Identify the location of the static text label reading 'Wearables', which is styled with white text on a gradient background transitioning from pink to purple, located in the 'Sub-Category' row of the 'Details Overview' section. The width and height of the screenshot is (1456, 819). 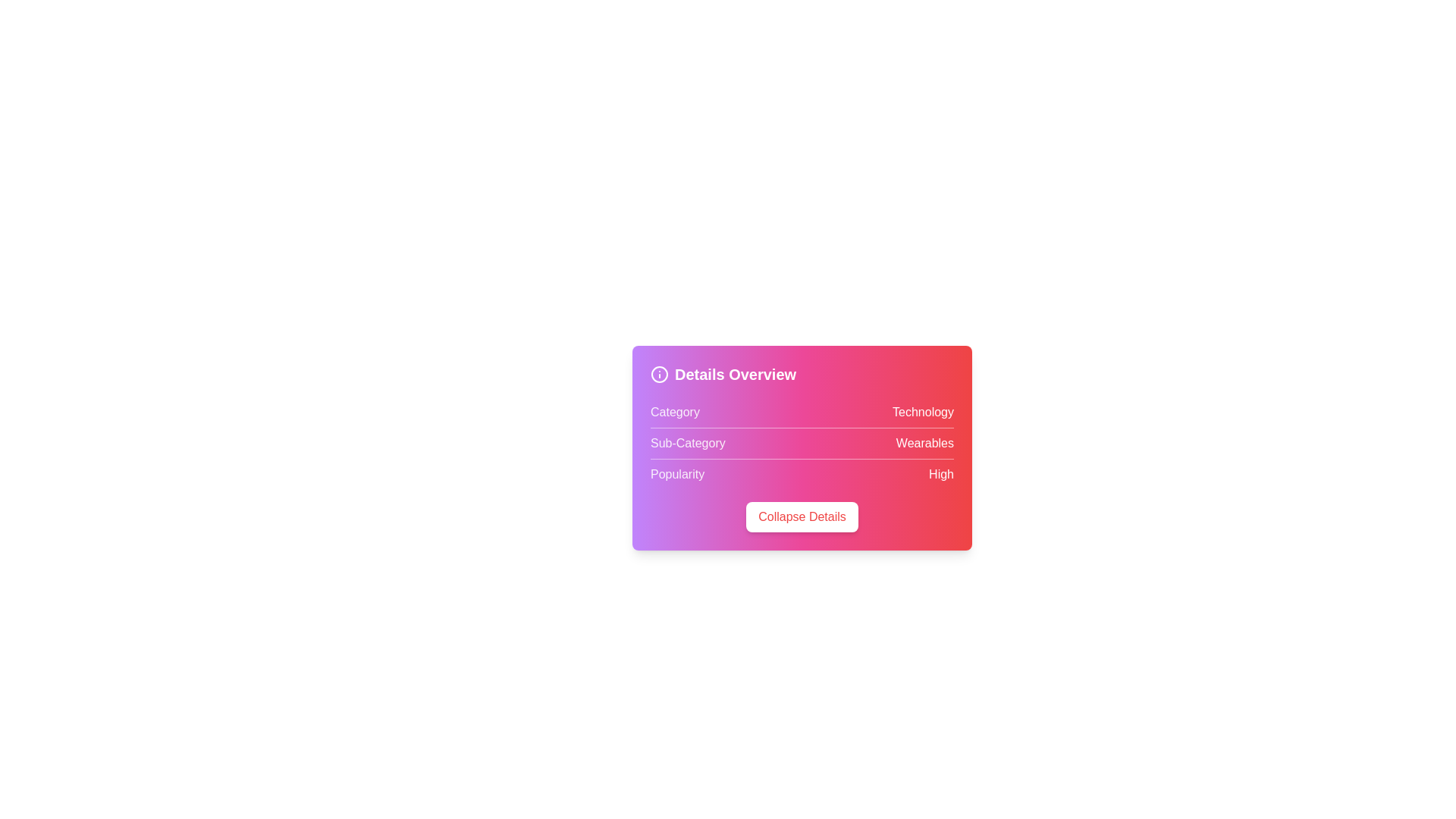
(924, 444).